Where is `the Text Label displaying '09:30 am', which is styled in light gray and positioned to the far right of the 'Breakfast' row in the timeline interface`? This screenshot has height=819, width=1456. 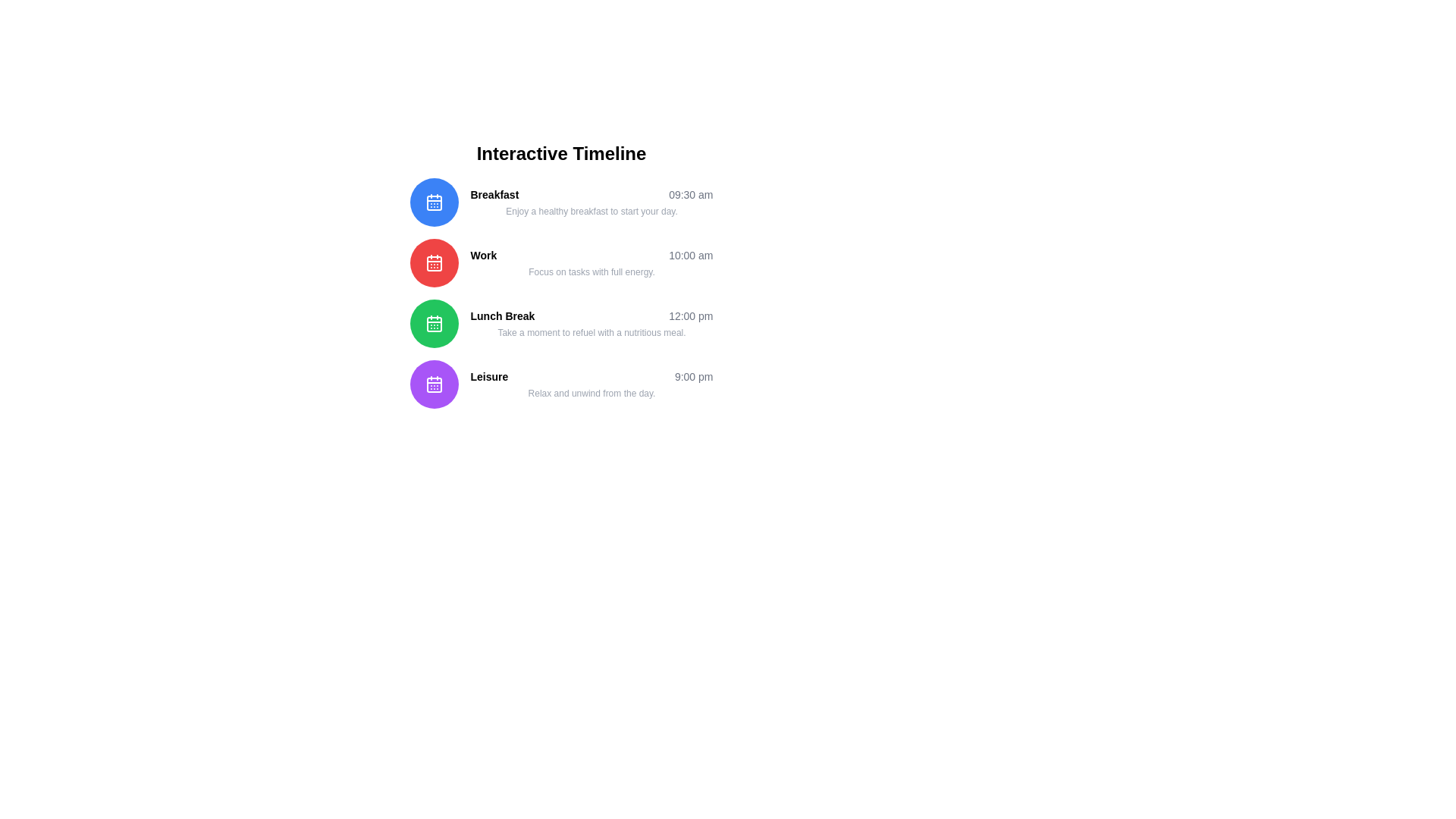
the Text Label displaying '09:30 am', which is styled in light gray and positioned to the far right of the 'Breakfast' row in the timeline interface is located at coordinates (690, 194).